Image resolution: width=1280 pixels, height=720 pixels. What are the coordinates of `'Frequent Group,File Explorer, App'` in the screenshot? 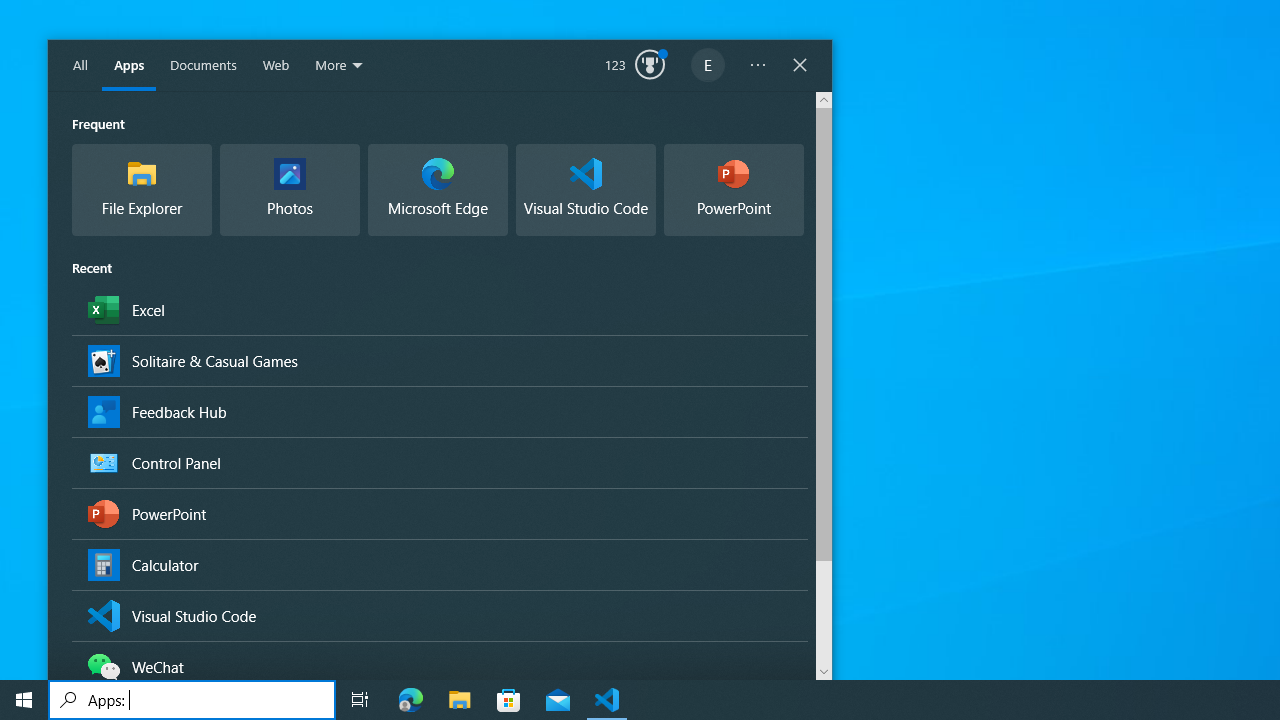 It's located at (141, 190).